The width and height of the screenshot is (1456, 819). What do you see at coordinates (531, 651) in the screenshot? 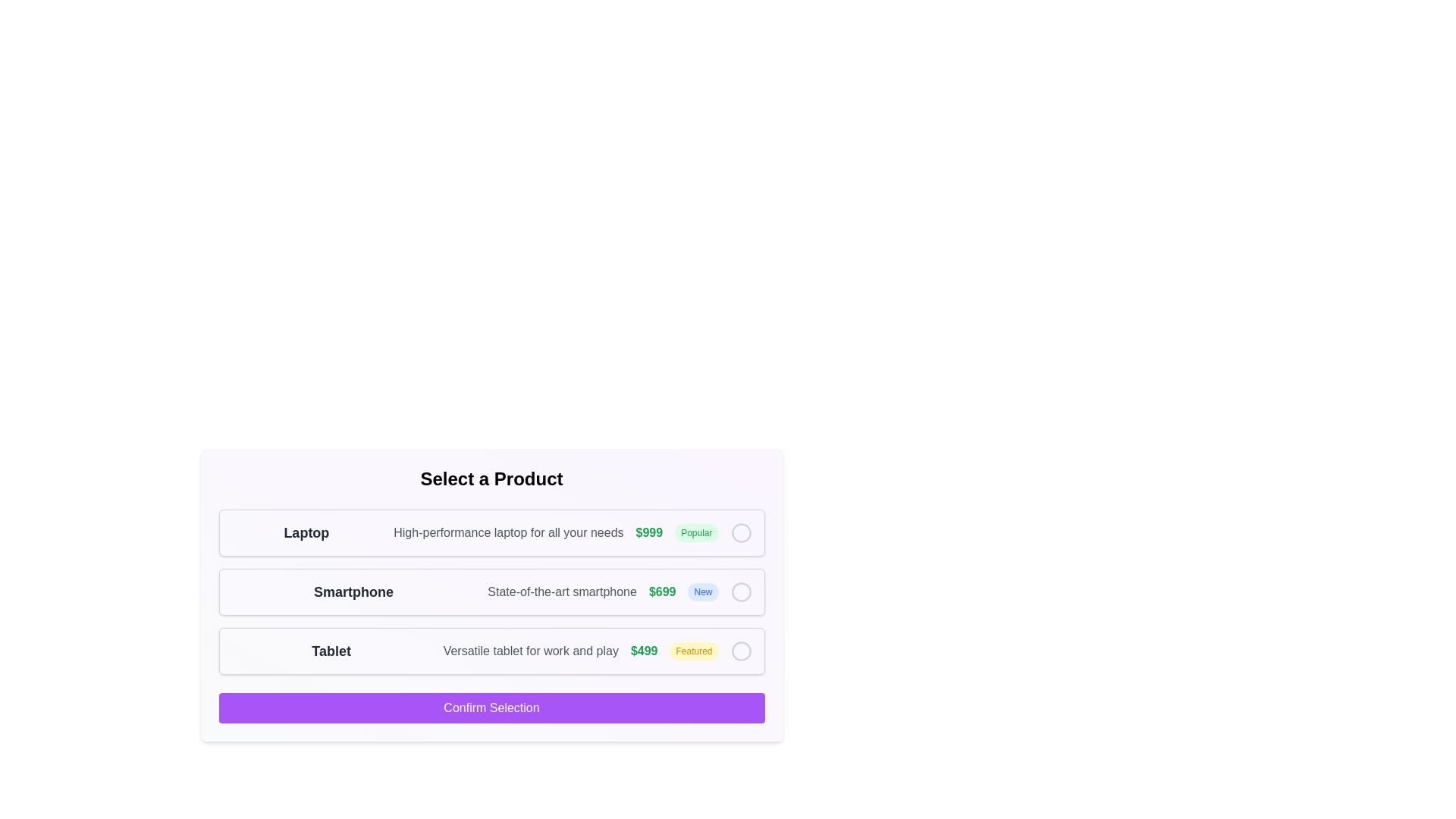
I see `the Text Label that describes the 'Tablet' product, positioned between the title 'Tablet' and the price '$499'` at bounding box center [531, 651].